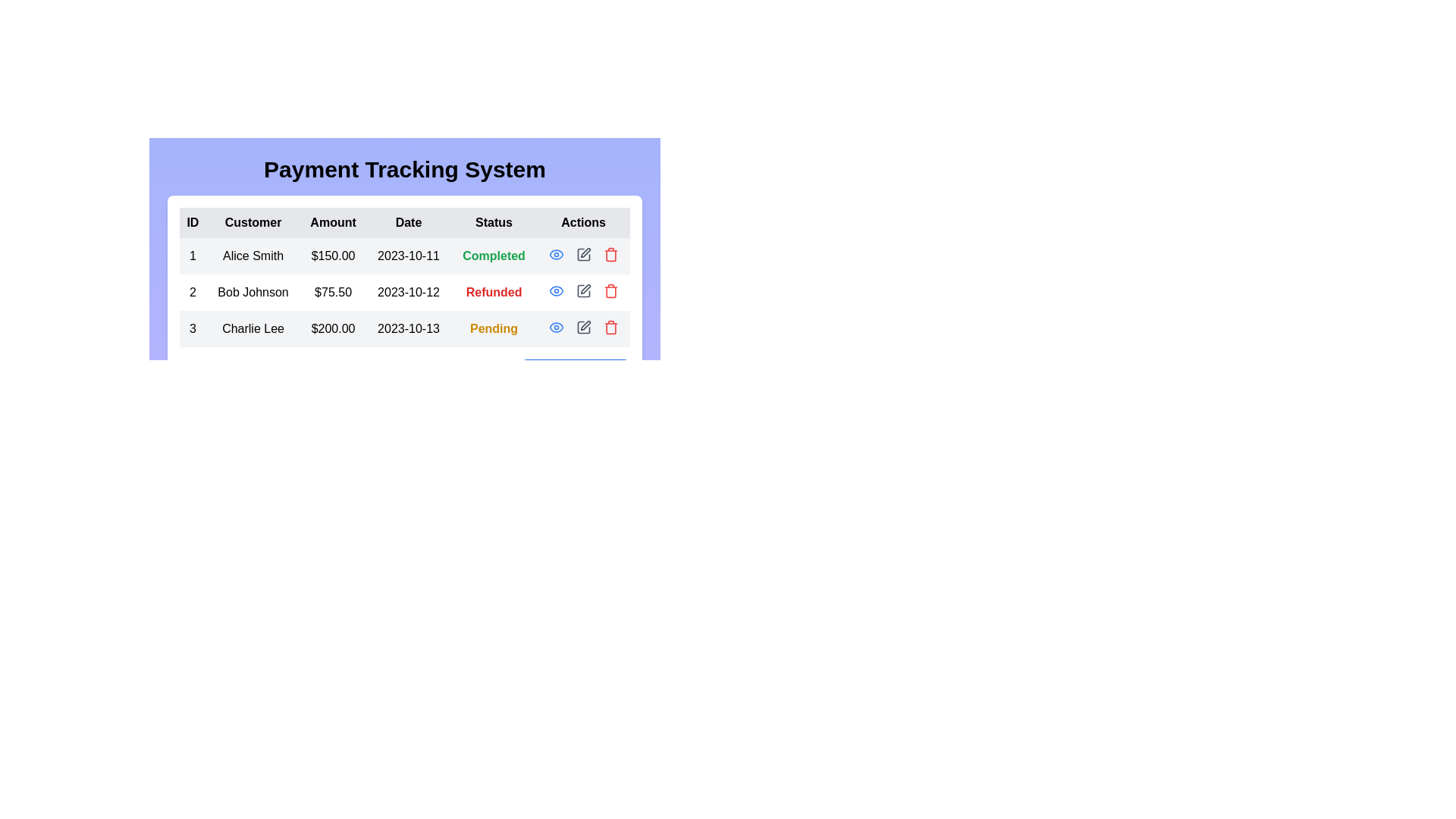 The height and width of the screenshot is (819, 1456). Describe the element at coordinates (610, 291) in the screenshot. I see `the delete button in the Actions column associated with Bob Johnson's entry` at that location.